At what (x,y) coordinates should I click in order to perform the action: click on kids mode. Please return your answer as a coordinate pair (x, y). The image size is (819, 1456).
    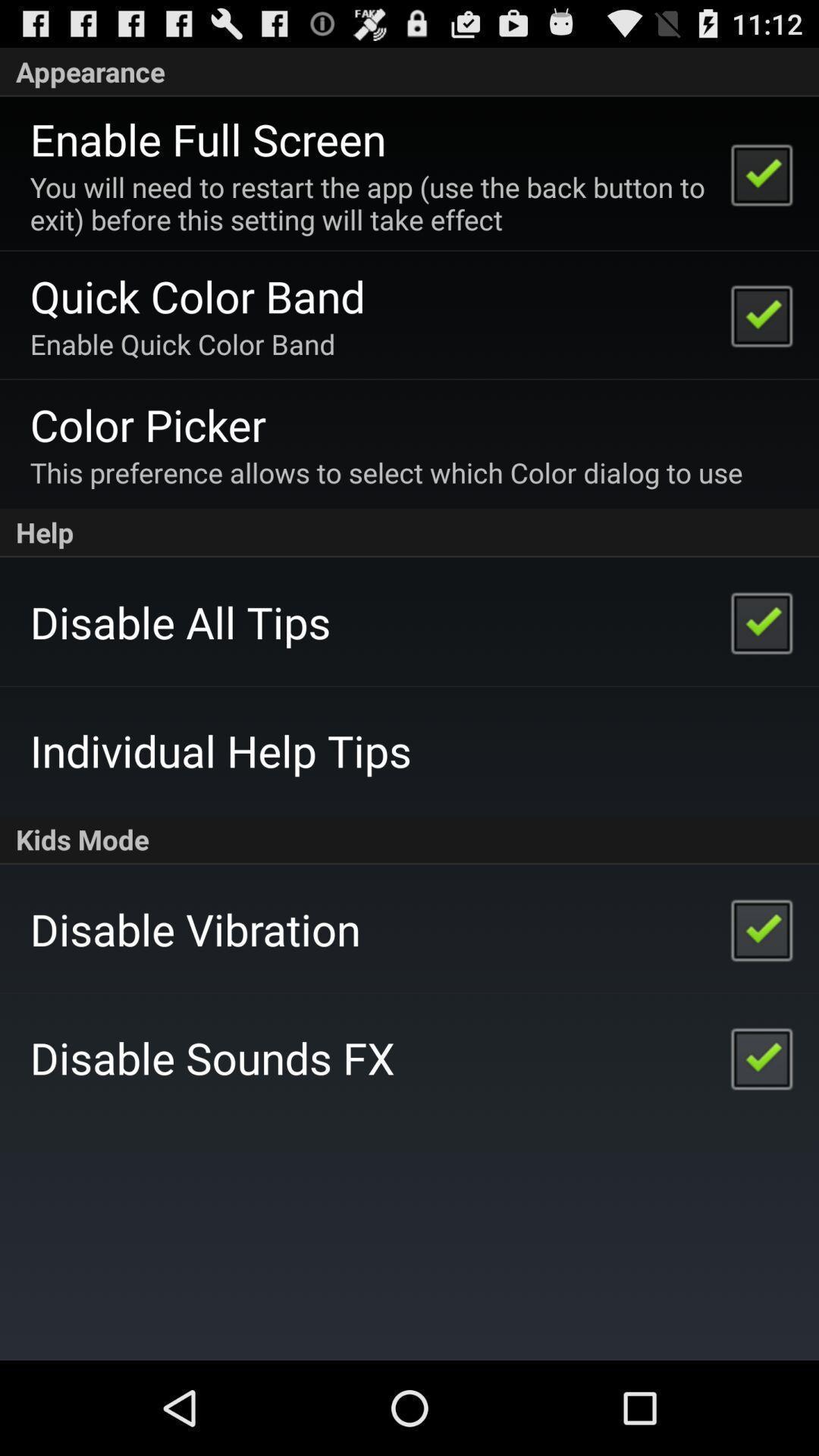
    Looking at the image, I should click on (409, 839).